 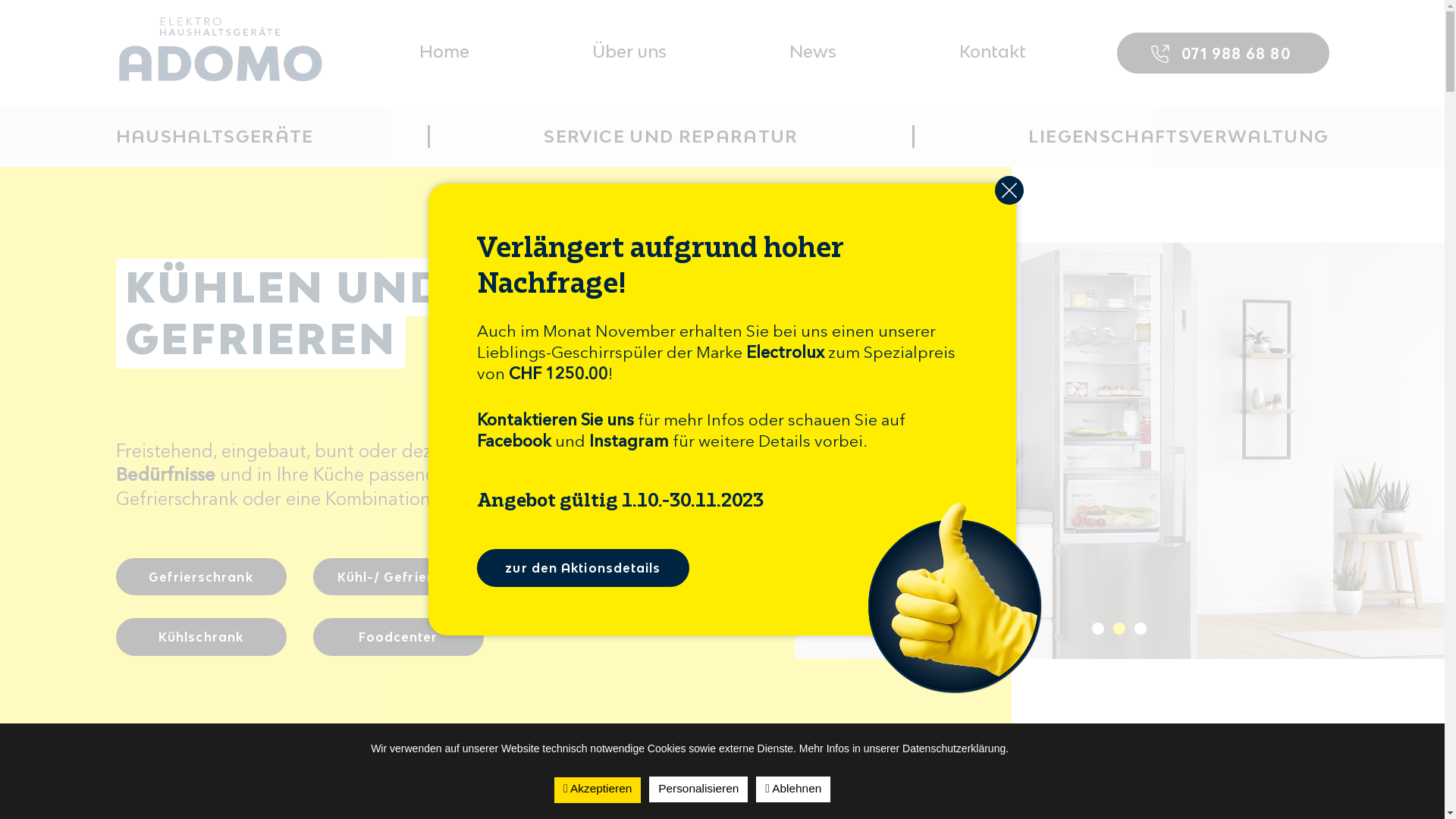 I want to click on 'News', so click(x=811, y=51).